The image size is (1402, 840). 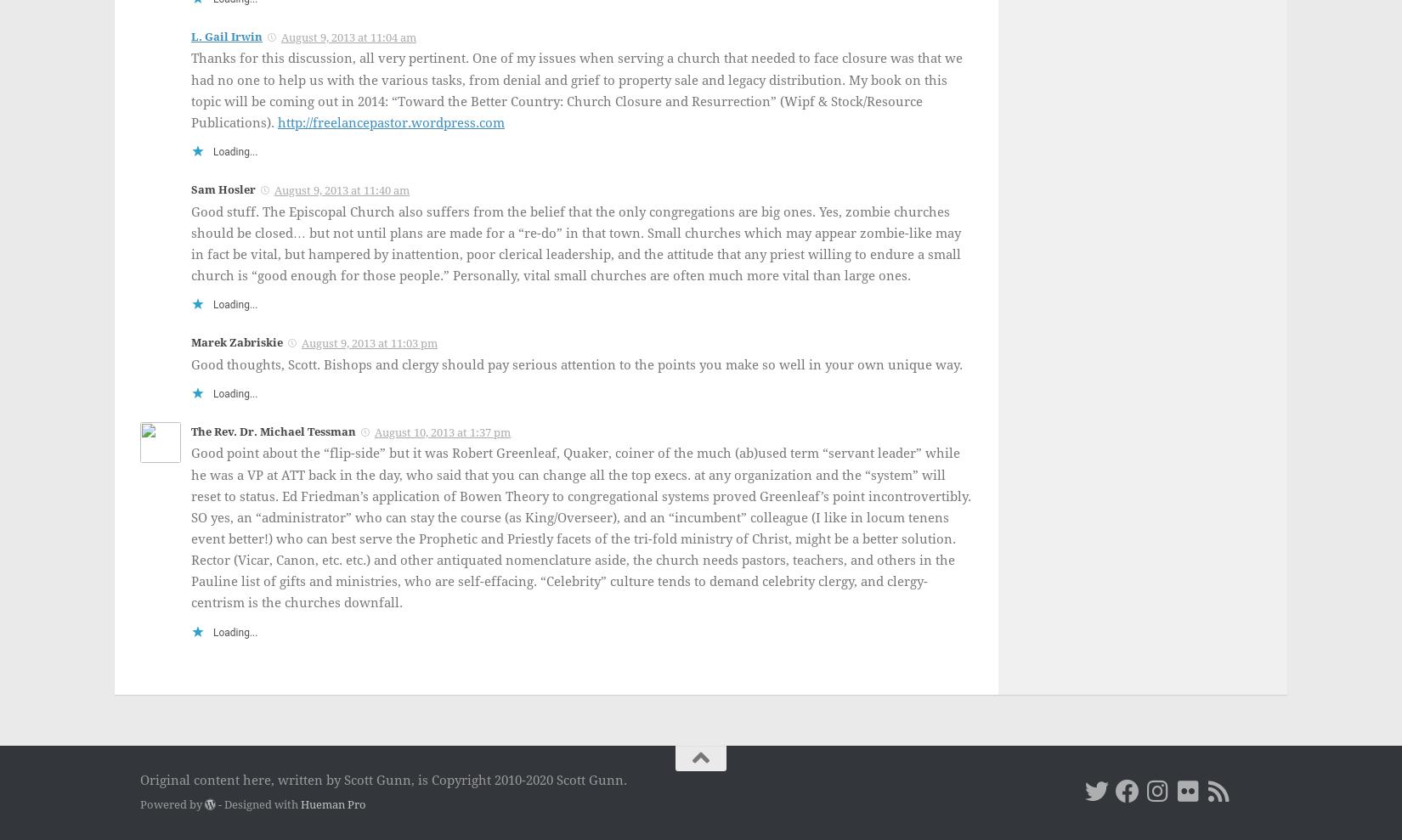 I want to click on 'Sam Hosler', so click(x=223, y=188).